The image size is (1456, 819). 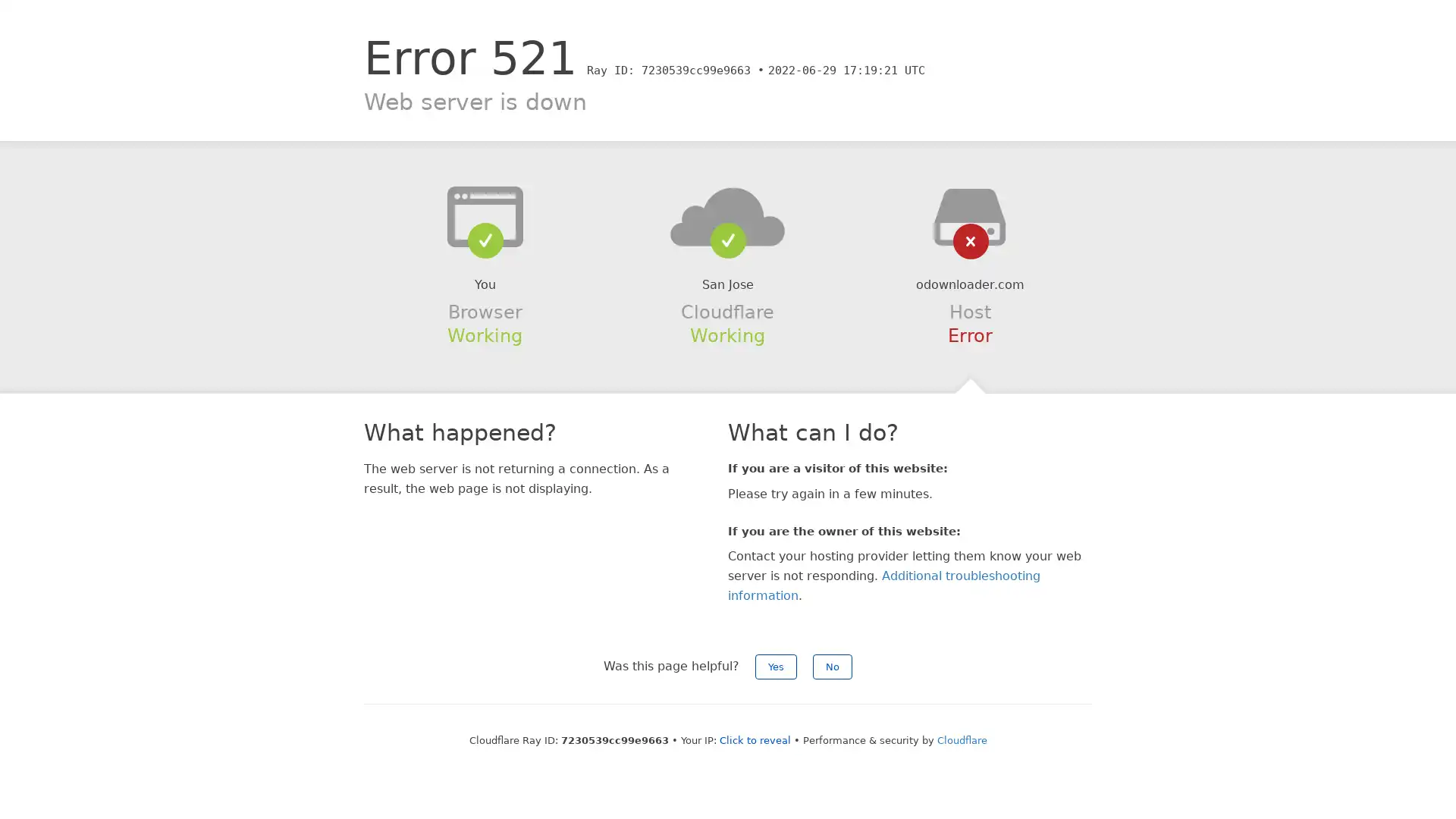 What do you see at coordinates (776, 666) in the screenshot?
I see `Yes` at bounding box center [776, 666].